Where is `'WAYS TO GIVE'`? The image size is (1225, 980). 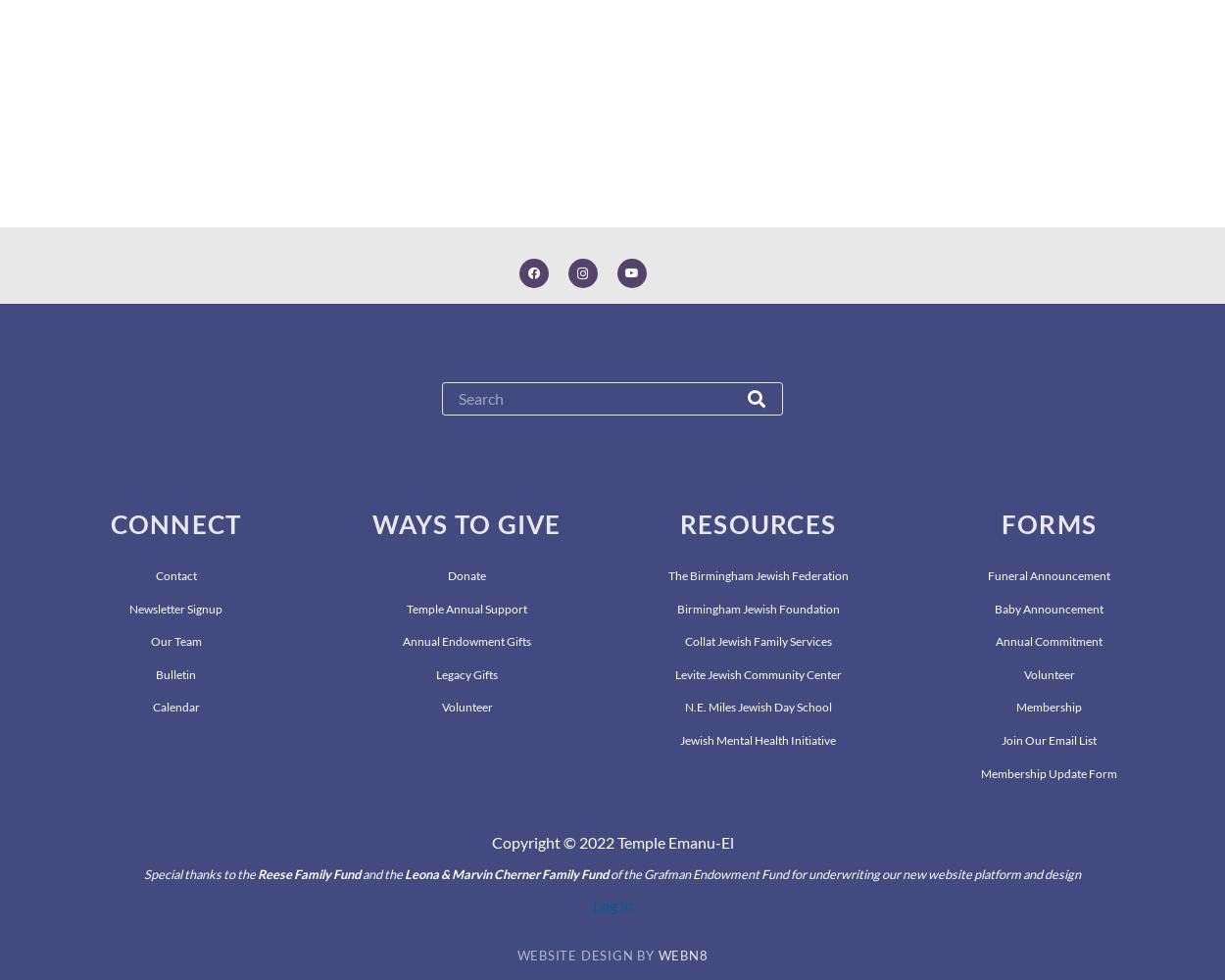
'WAYS TO GIVE' is located at coordinates (465, 524).